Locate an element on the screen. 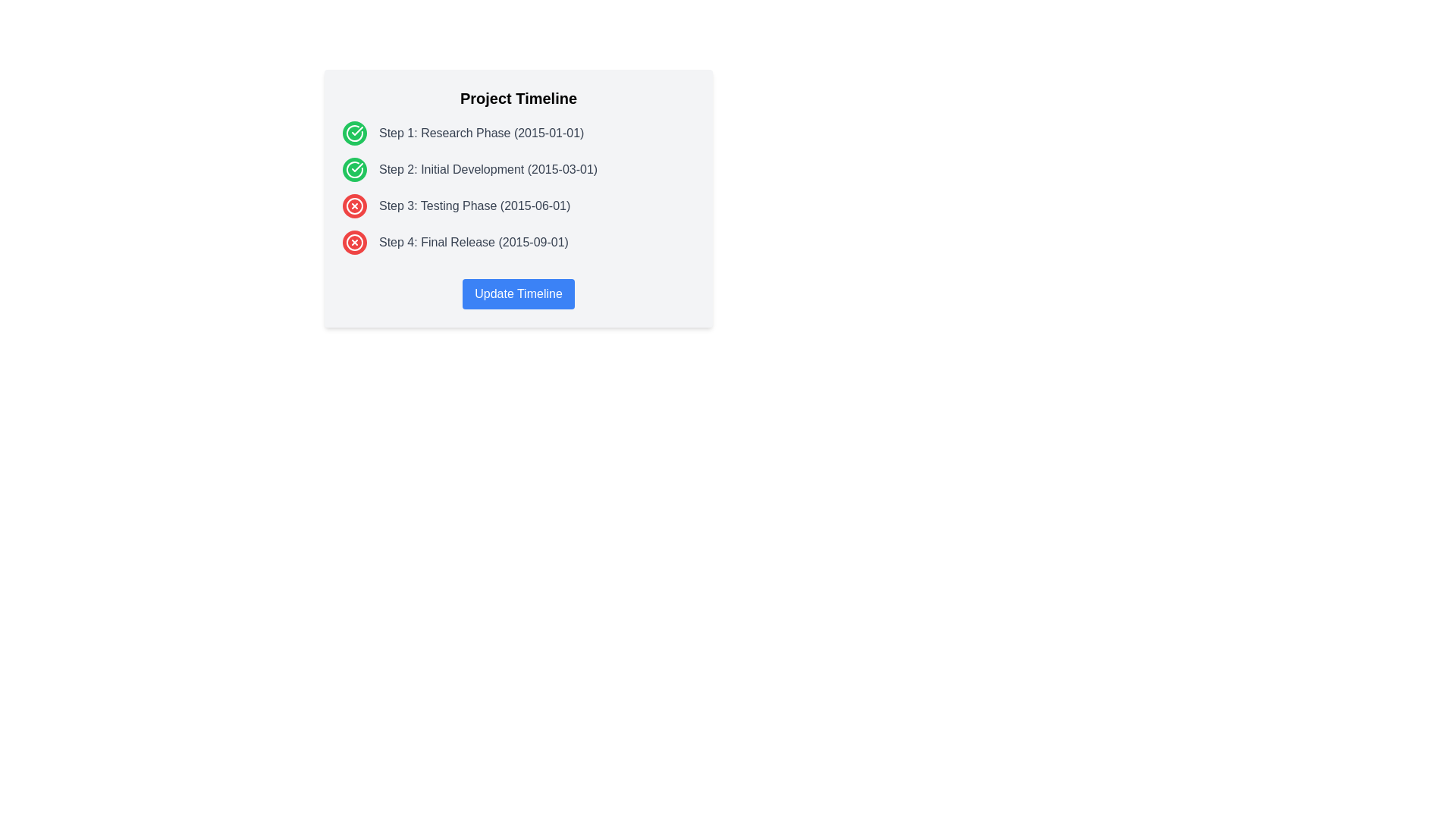 This screenshot has width=1456, height=819. information displayed in the Text label that describes the third step in the timeline, labeled 'Step 3: Testing Phase (2015-06-01)' is located at coordinates (474, 206).